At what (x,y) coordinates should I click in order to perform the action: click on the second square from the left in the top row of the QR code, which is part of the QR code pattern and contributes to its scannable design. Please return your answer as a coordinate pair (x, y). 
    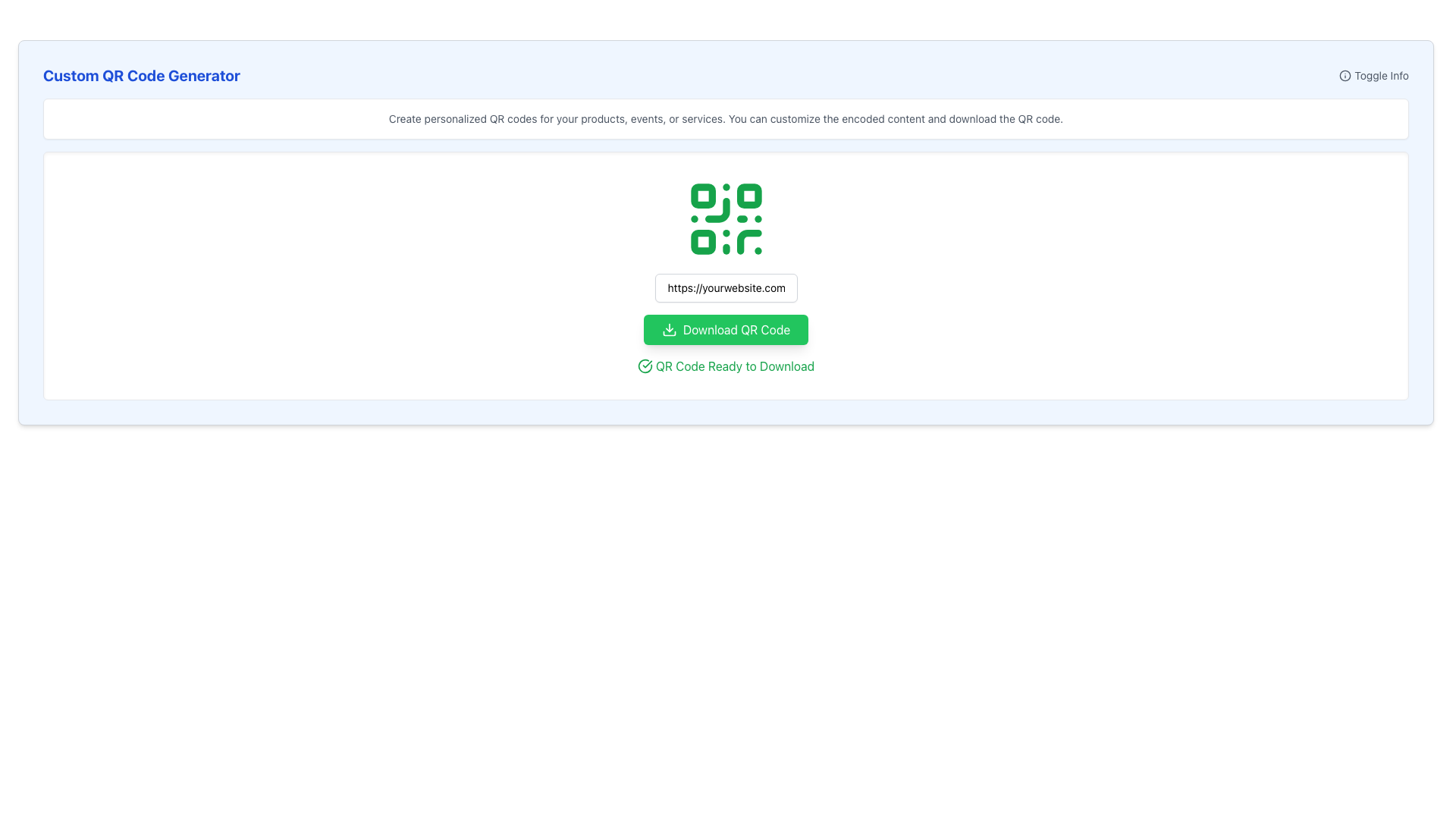
    Looking at the image, I should click on (748, 195).